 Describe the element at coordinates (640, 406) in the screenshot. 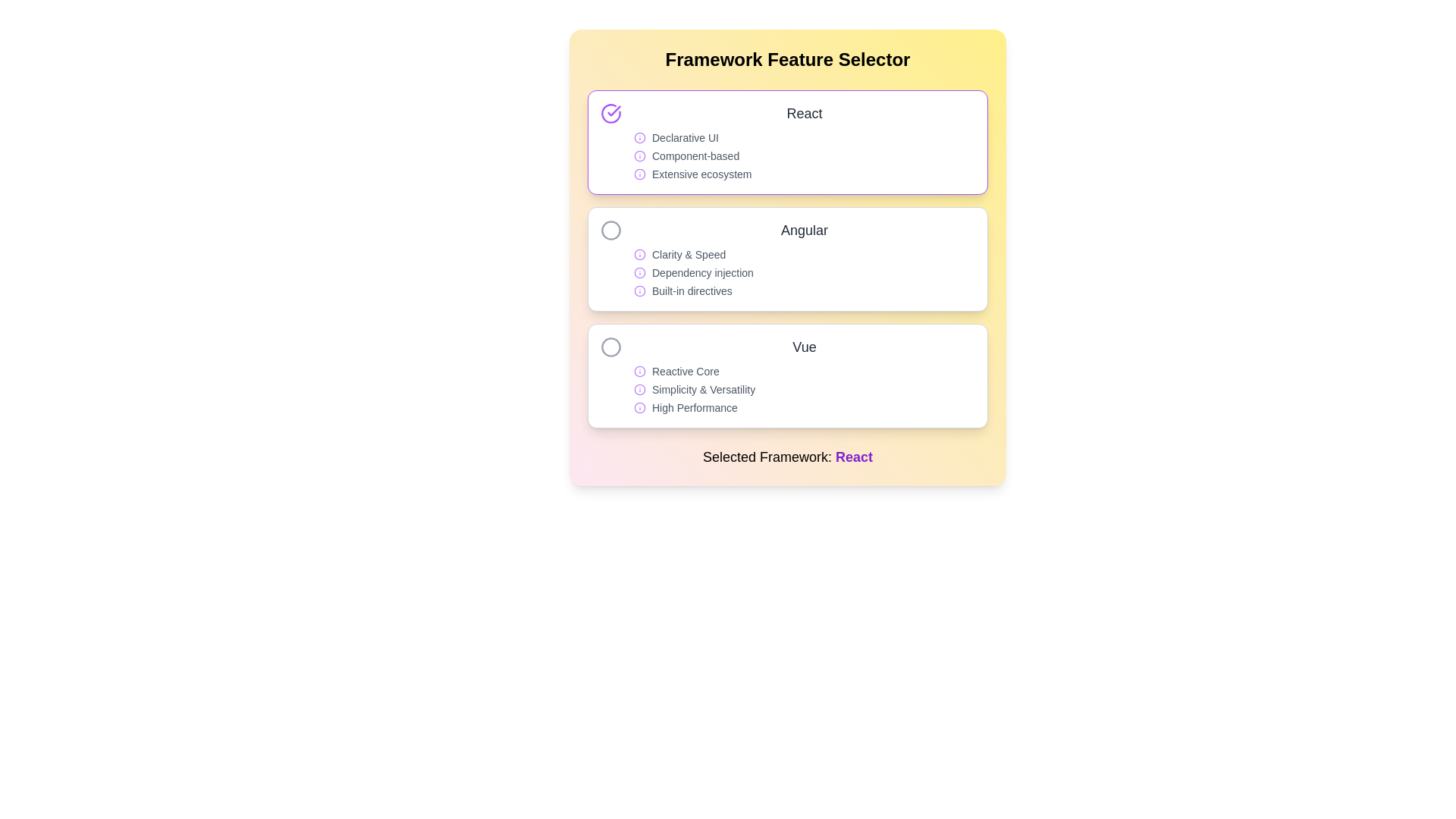

I see `the information icon located to the left of the 'High Performance' text in the Vue framework features section of the card` at that location.